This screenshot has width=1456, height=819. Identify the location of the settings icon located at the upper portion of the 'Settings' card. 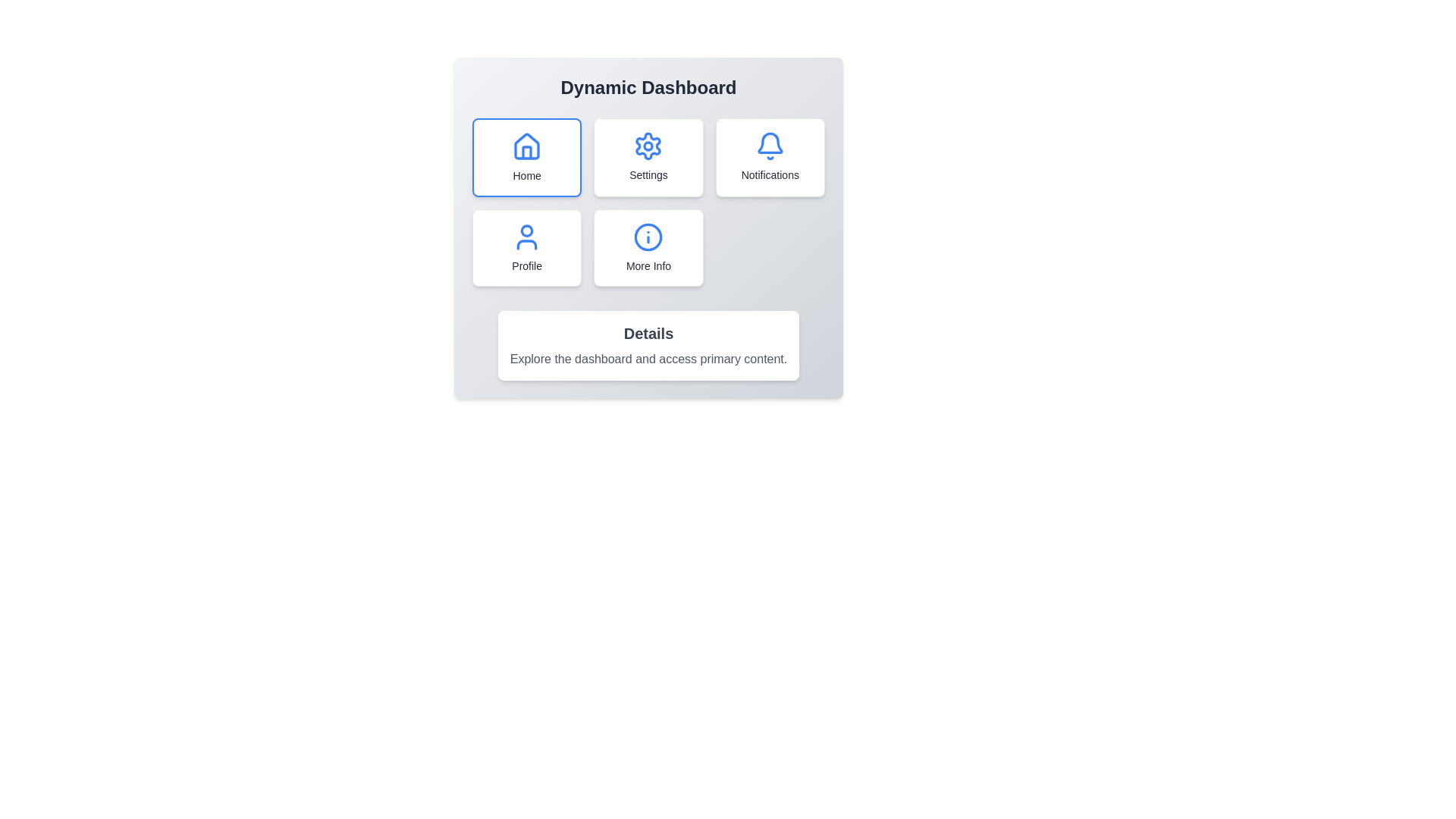
(648, 146).